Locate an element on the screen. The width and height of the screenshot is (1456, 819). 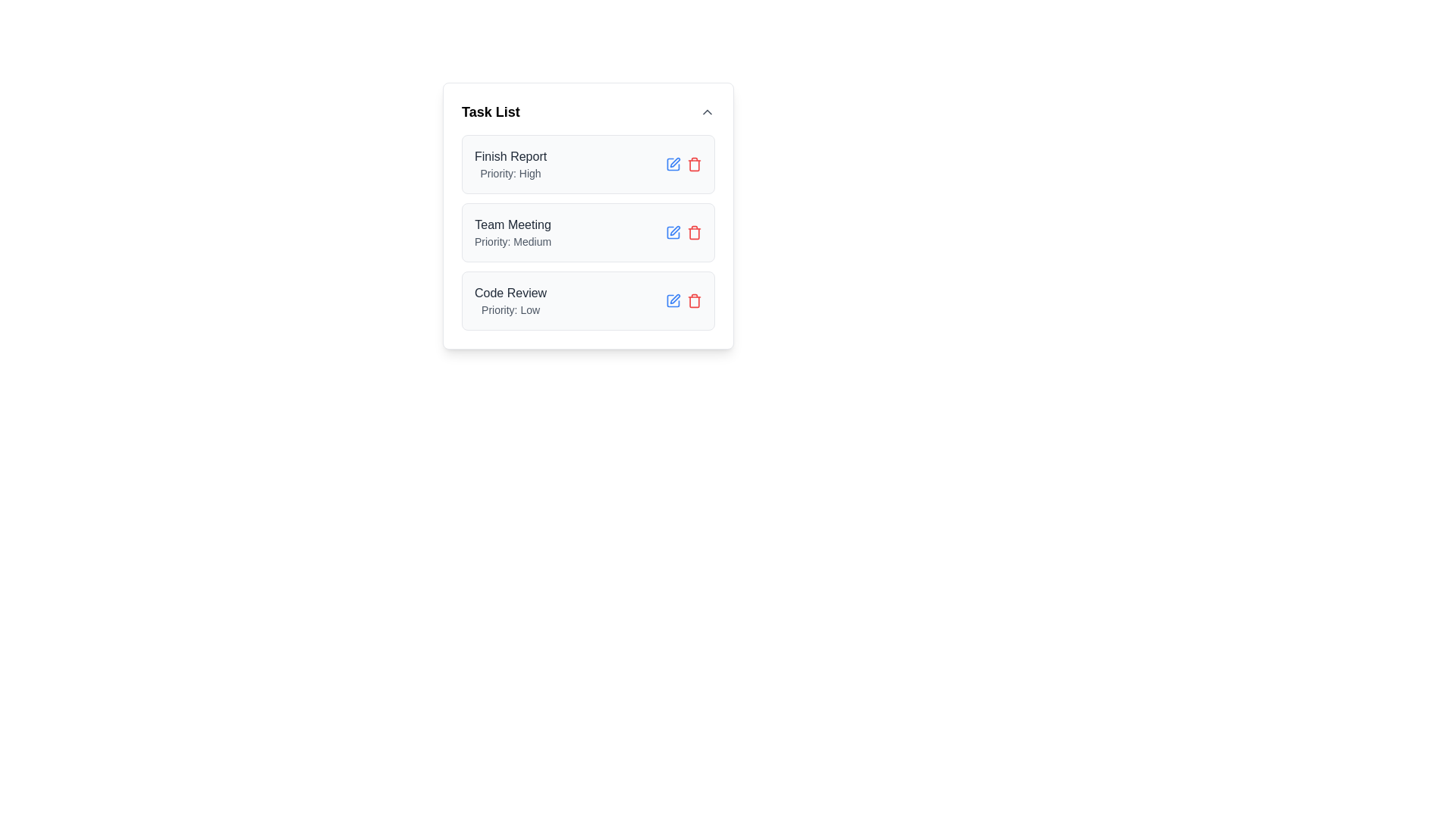
the pen icon indicating the ability to edit or modify the 'Finish Report' task, located in the first row of the task list is located at coordinates (673, 164).